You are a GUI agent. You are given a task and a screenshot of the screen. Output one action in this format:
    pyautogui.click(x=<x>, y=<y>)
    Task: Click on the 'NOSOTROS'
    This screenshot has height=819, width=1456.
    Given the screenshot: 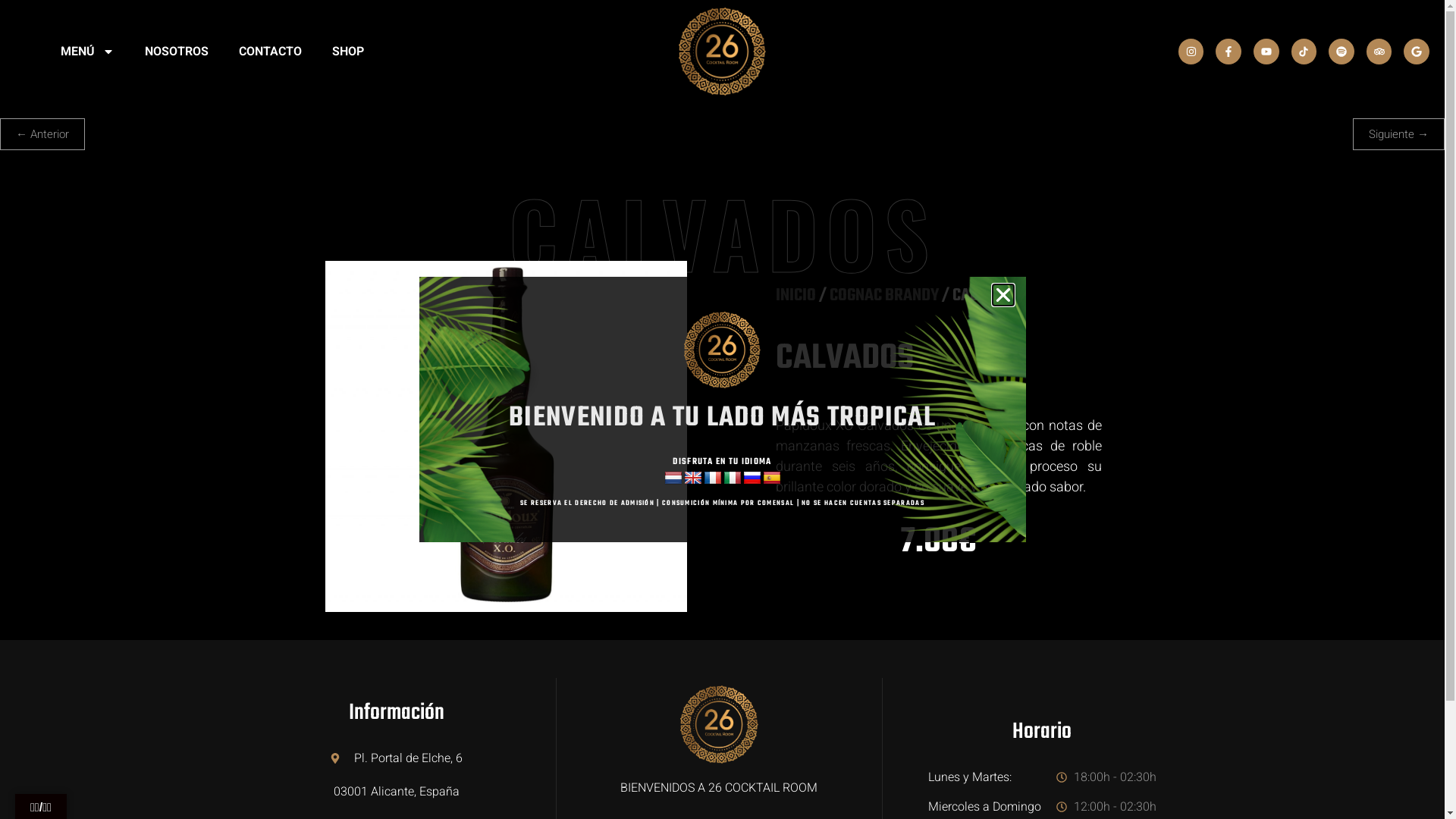 What is the action you would take?
    pyautogui.click(x=177, y=51)
    